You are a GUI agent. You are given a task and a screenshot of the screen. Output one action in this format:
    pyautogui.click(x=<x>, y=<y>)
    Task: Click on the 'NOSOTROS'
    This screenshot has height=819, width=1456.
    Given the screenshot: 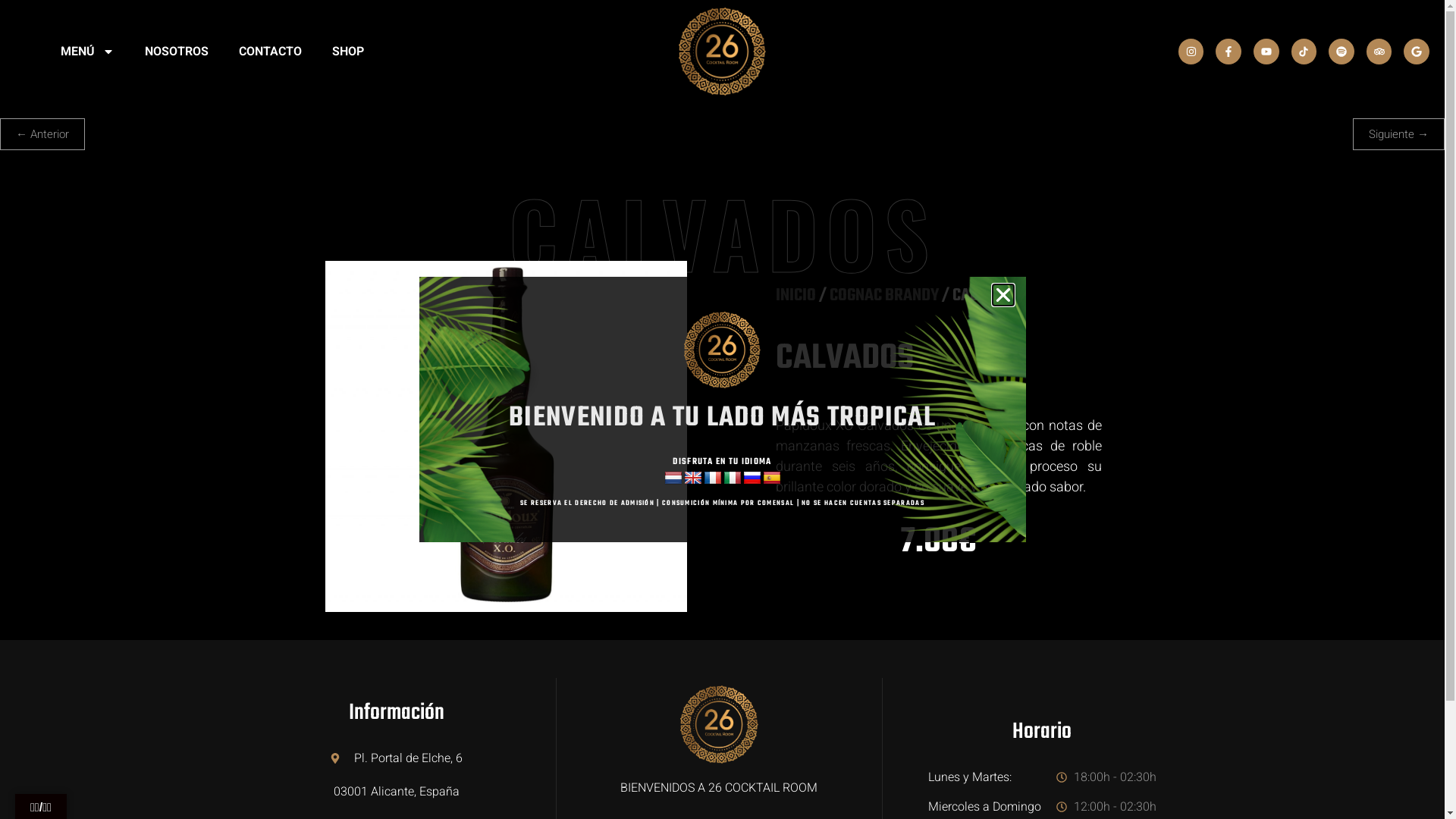 What is the action you would take?
    pyautogui.click(x=177, y=51)
    